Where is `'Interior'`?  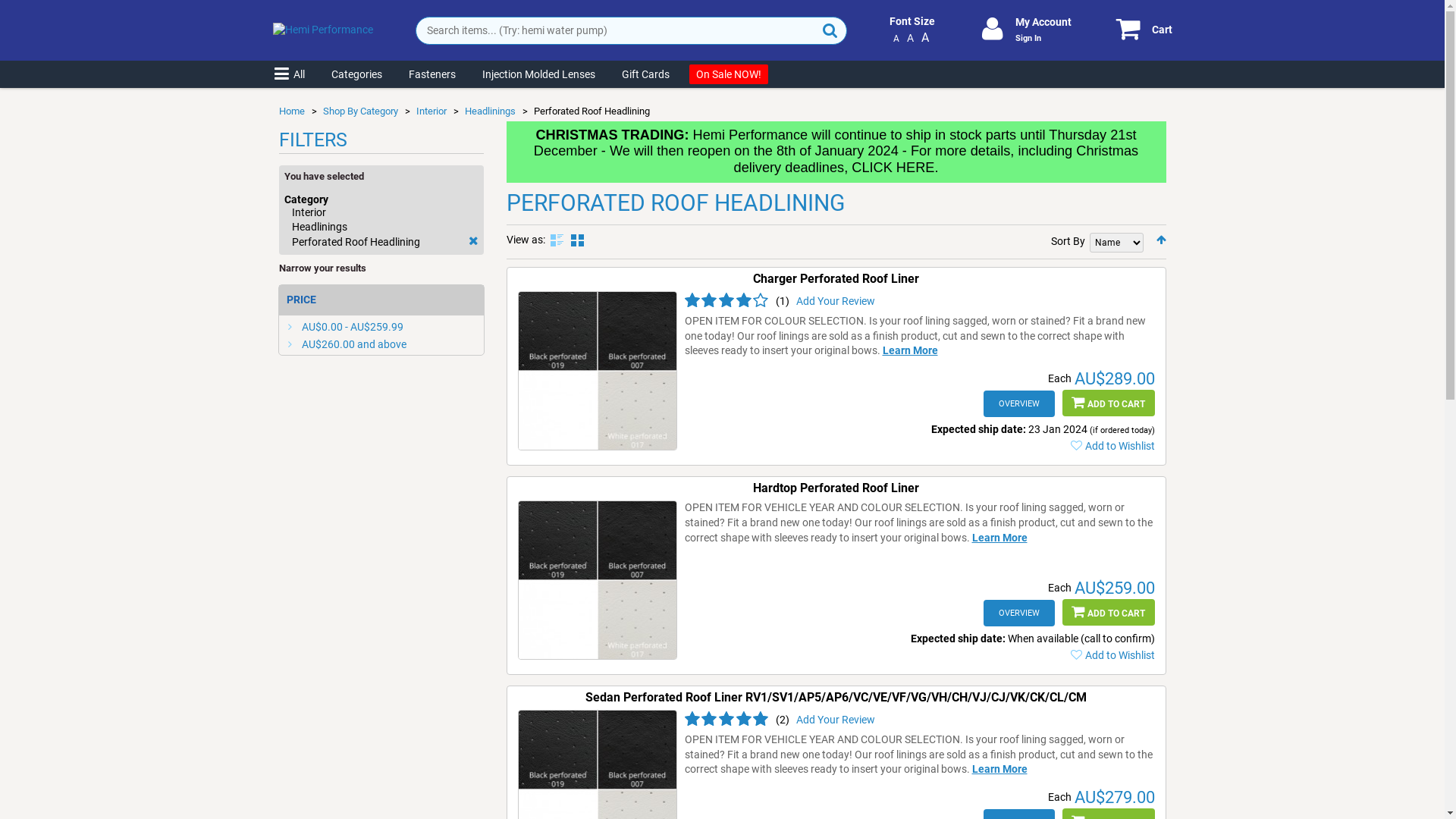 'Interior' is located at coordinates (429, 110).